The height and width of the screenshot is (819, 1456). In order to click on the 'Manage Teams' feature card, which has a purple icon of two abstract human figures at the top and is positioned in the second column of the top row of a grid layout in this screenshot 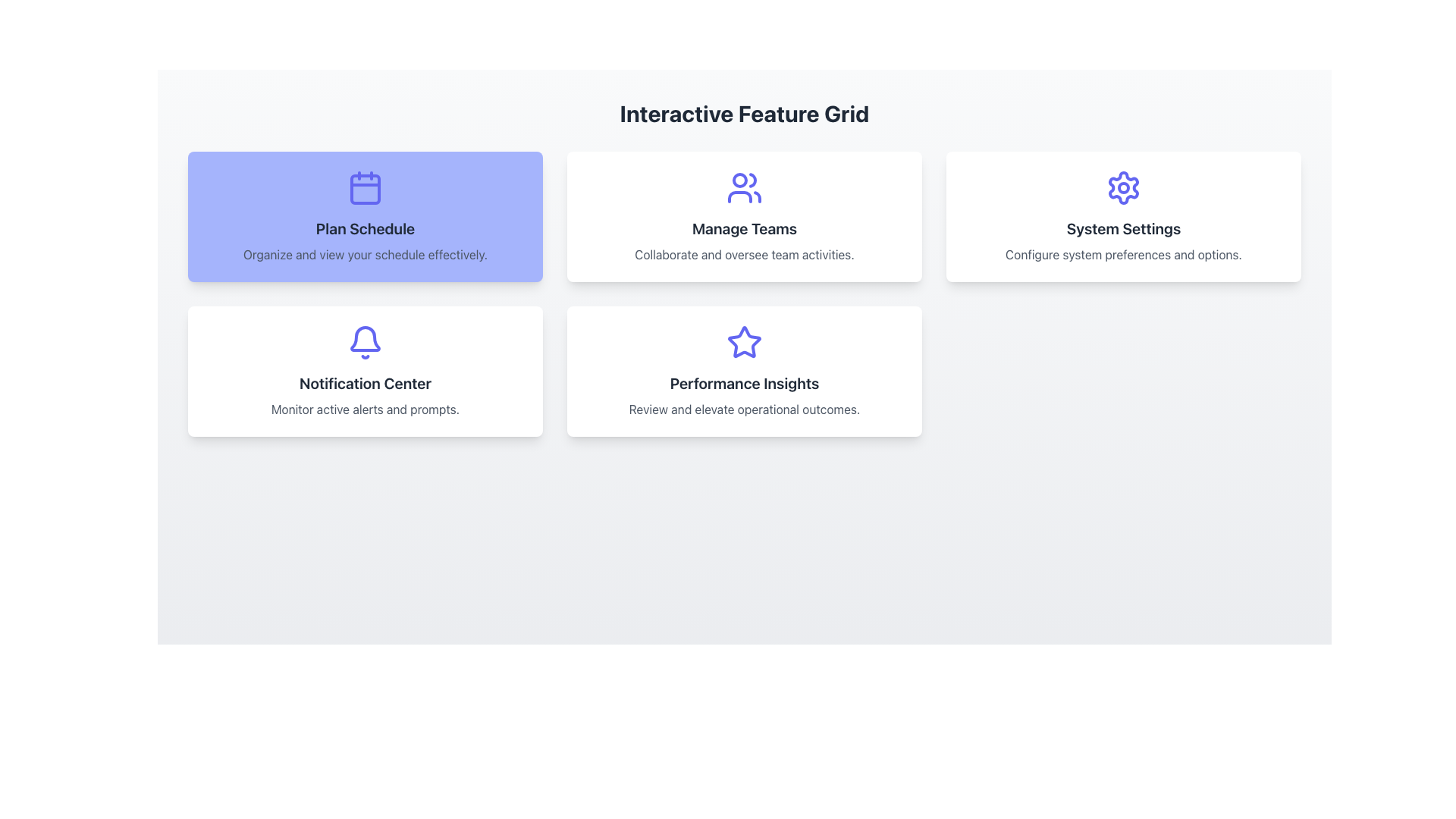, I will do `click(745, 216)`.